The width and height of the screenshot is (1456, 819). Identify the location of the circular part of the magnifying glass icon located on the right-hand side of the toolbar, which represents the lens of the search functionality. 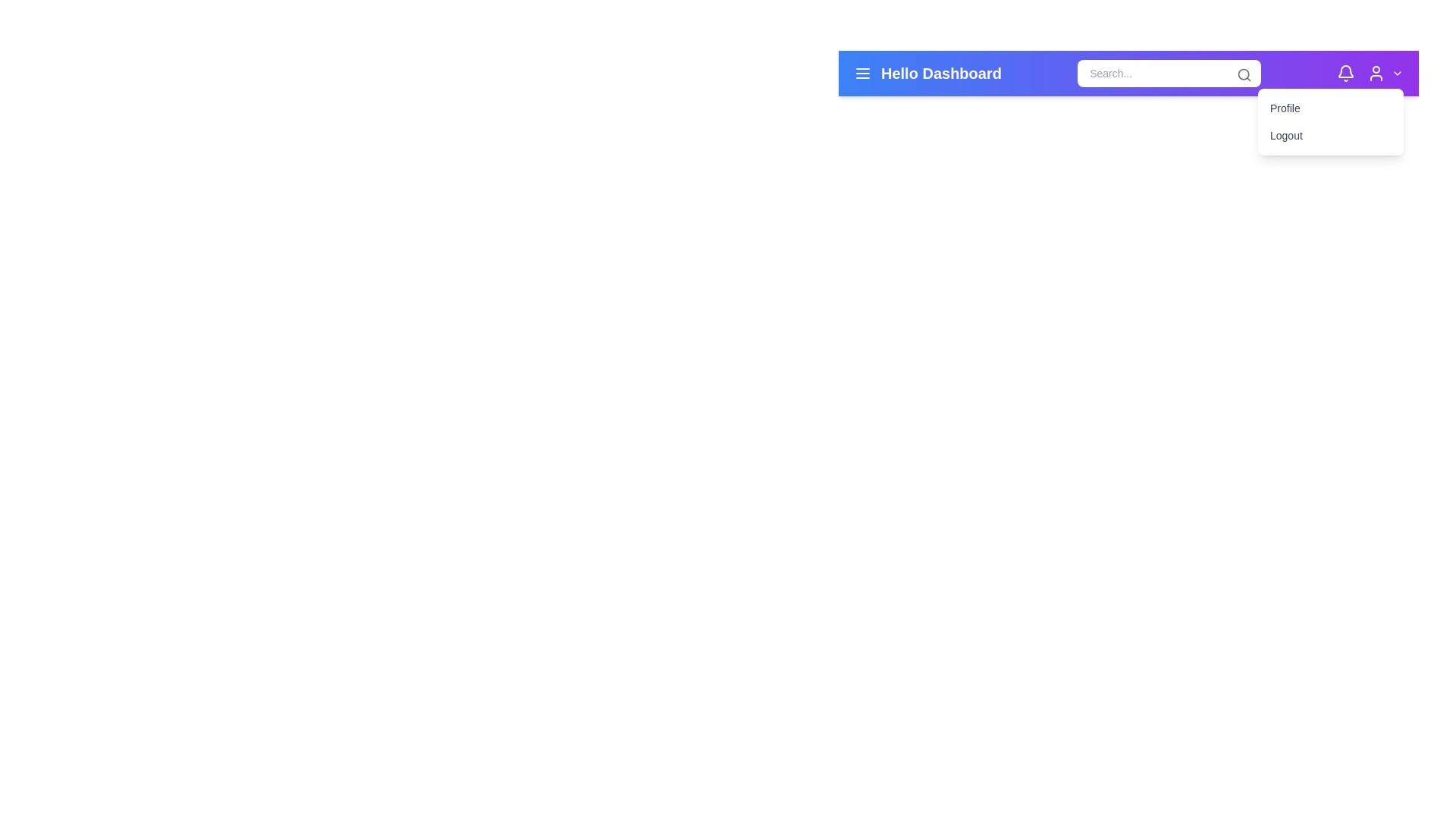
(1243, 74).